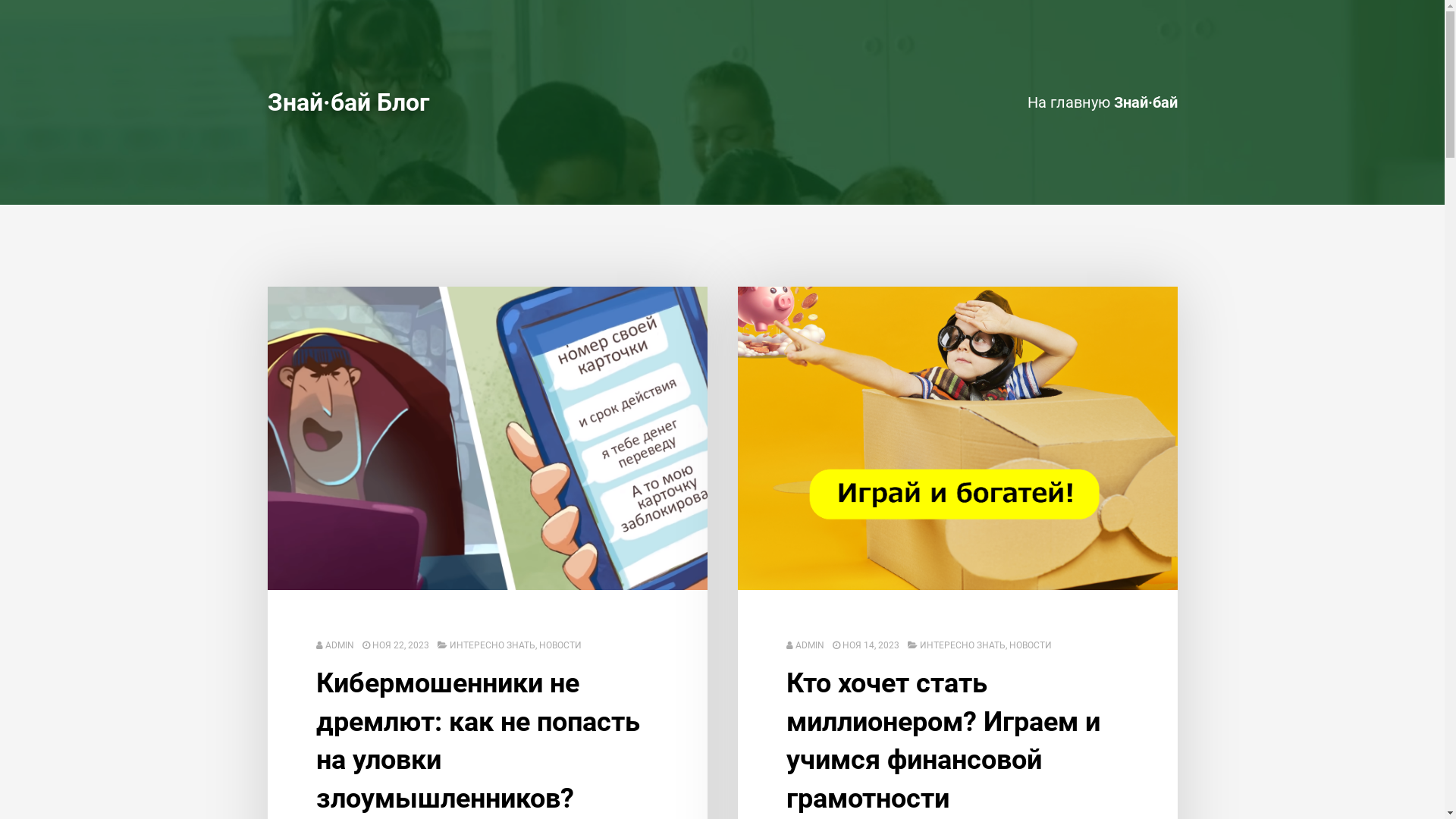  I want to click on 'ADMIN', so click(808, 645).